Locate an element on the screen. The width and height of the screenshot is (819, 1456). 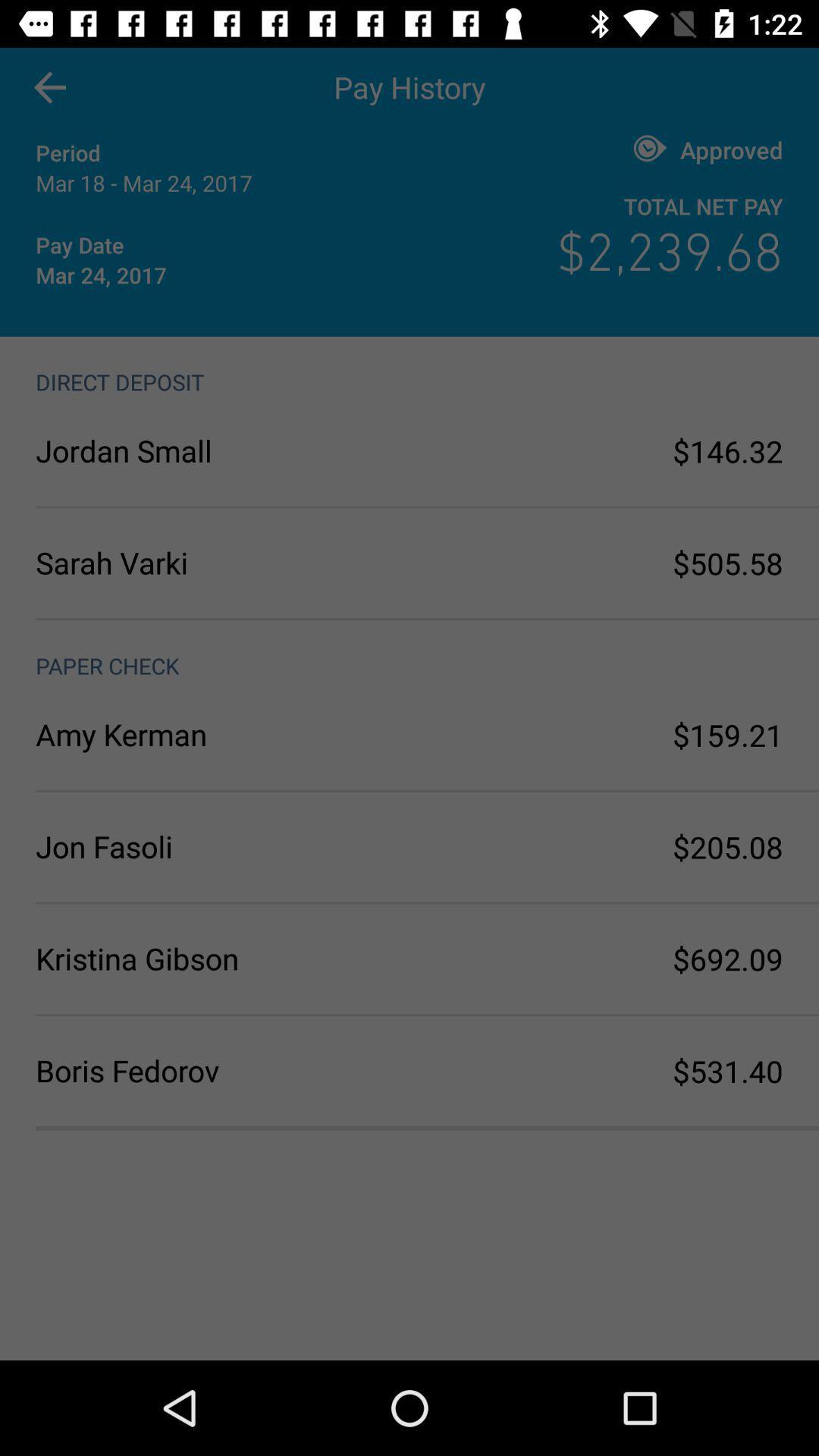
item above paper check icon is located at coordinates (222, 562).